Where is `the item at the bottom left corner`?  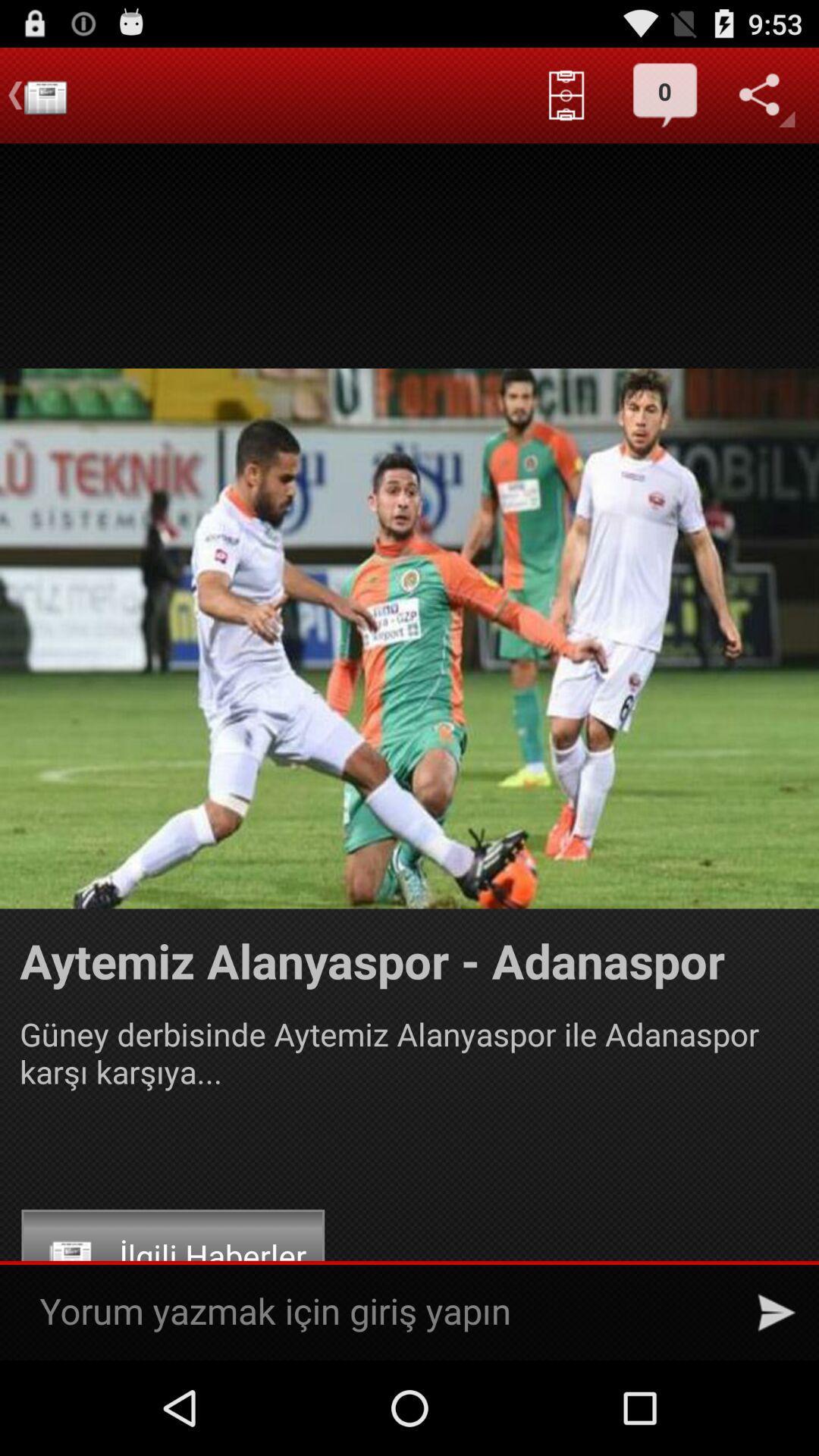
the item at the bottom left corner is located at coordinates (172, 1256).